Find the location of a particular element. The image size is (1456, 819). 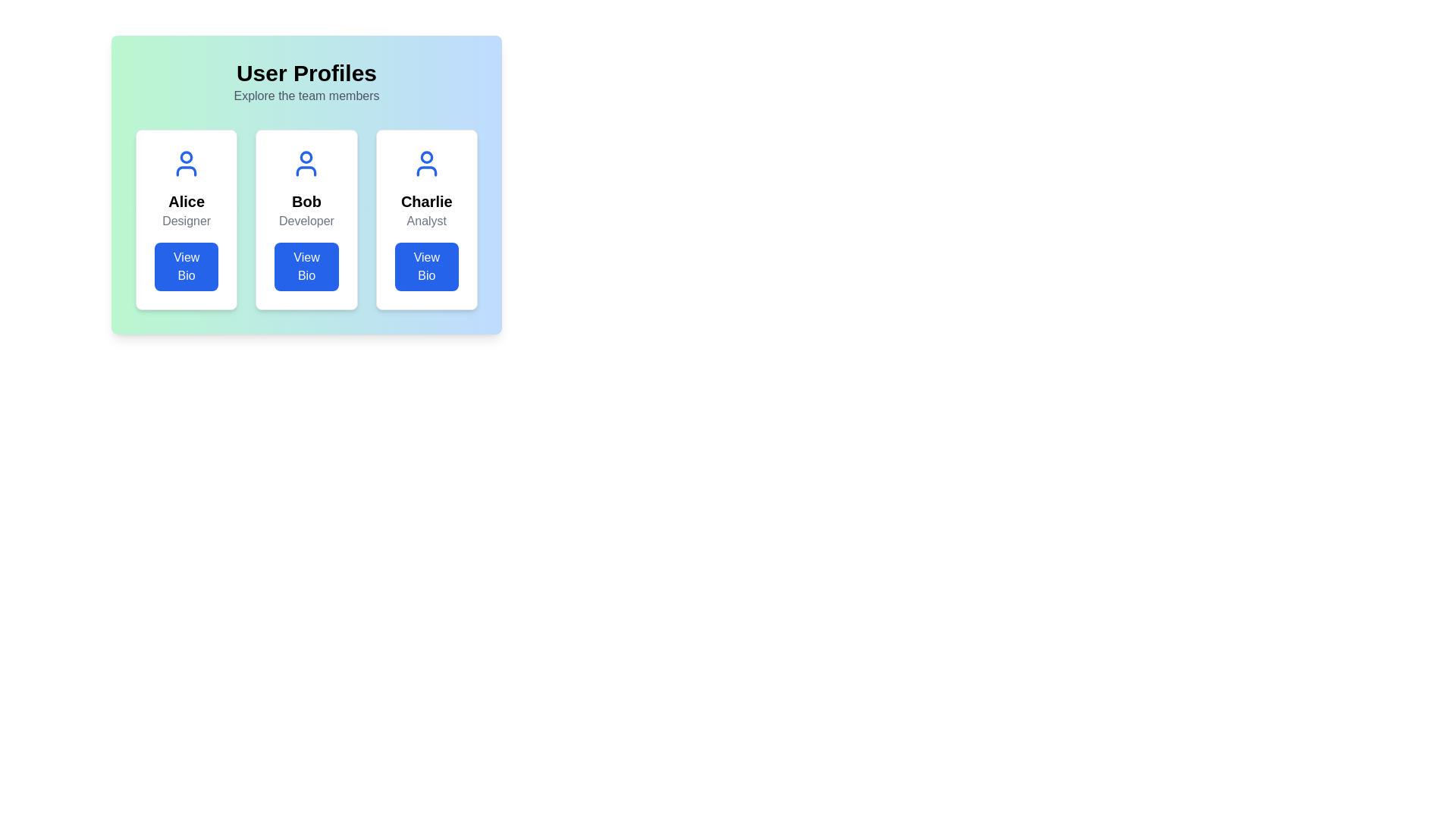

the user icon styled in blue that resembles a simplified avatar of the person 'Charlie', located at the top-center within the card is located at coordinates (425, 164).